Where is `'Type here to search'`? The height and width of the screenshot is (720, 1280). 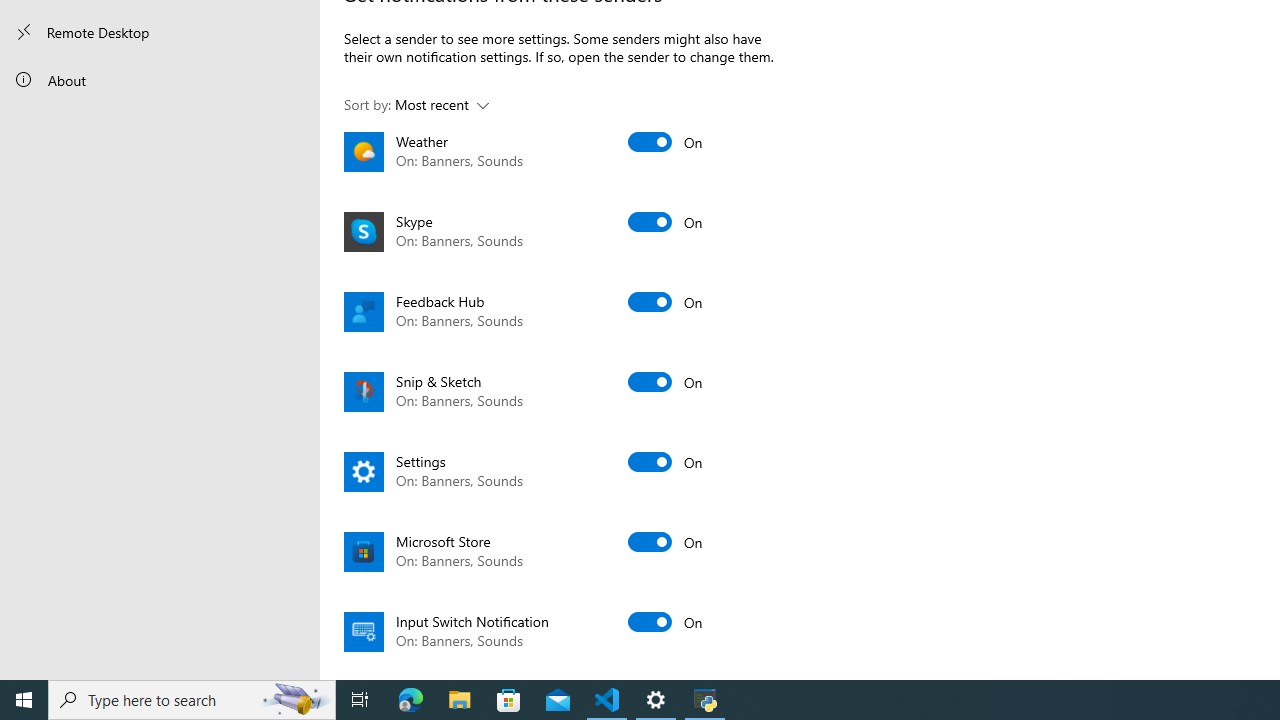 'Type here to search' is located at coordinates (192, 698).